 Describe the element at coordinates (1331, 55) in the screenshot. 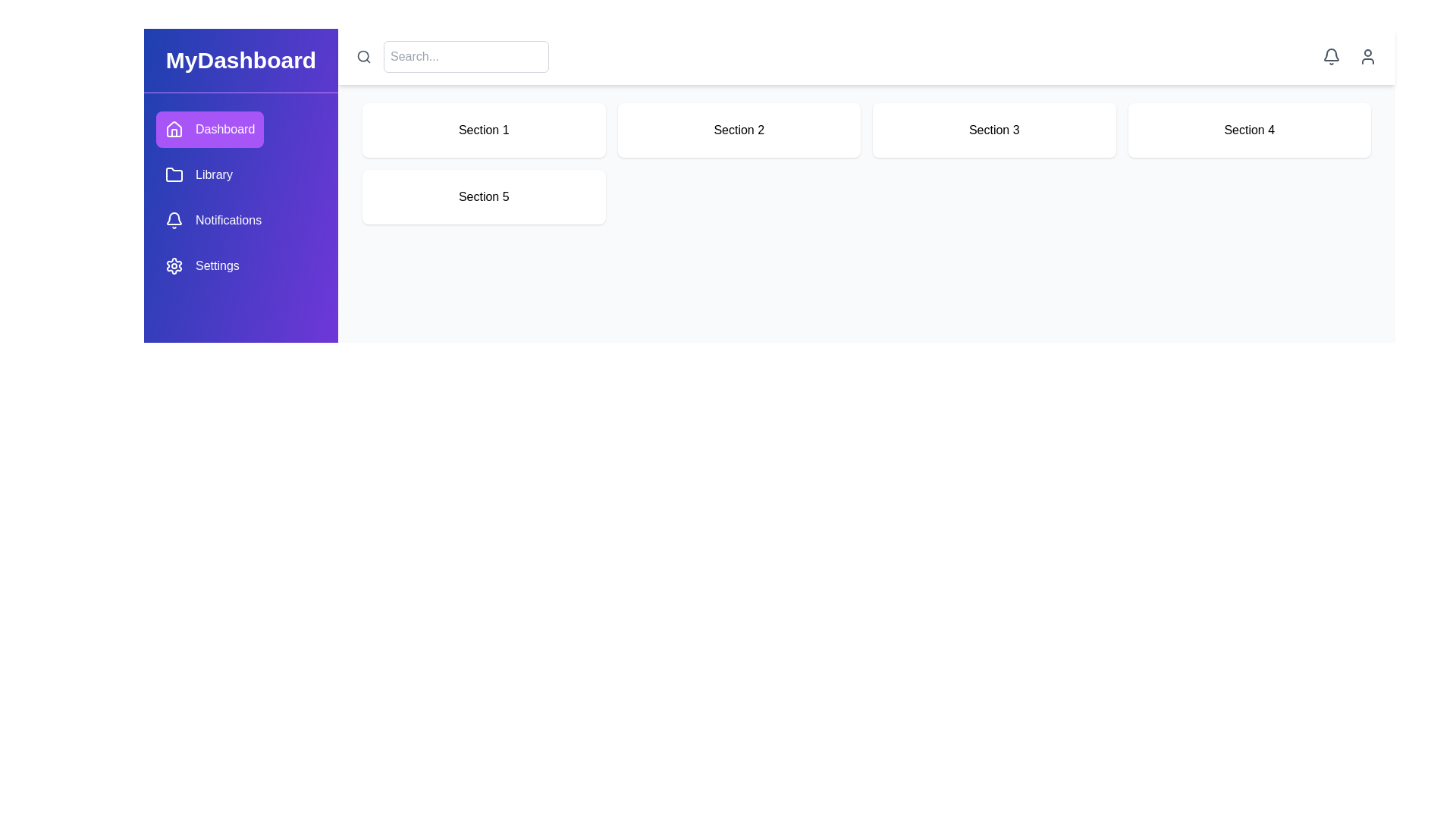

I see `the notification bell icon located at the right end of the top navigation bar` at that location.